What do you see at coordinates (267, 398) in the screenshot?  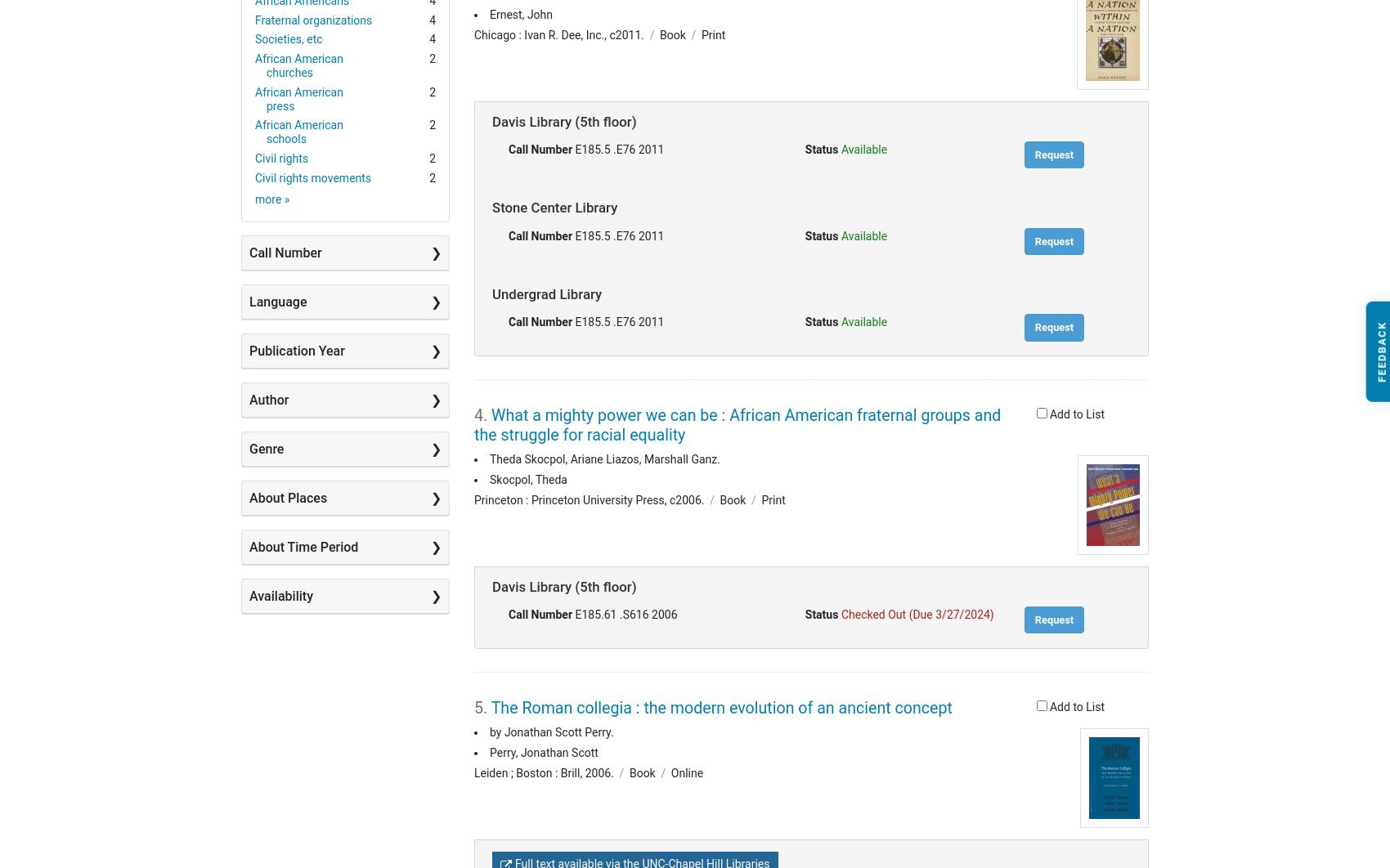 I see `'Author'` at bounding box center [267, 398].